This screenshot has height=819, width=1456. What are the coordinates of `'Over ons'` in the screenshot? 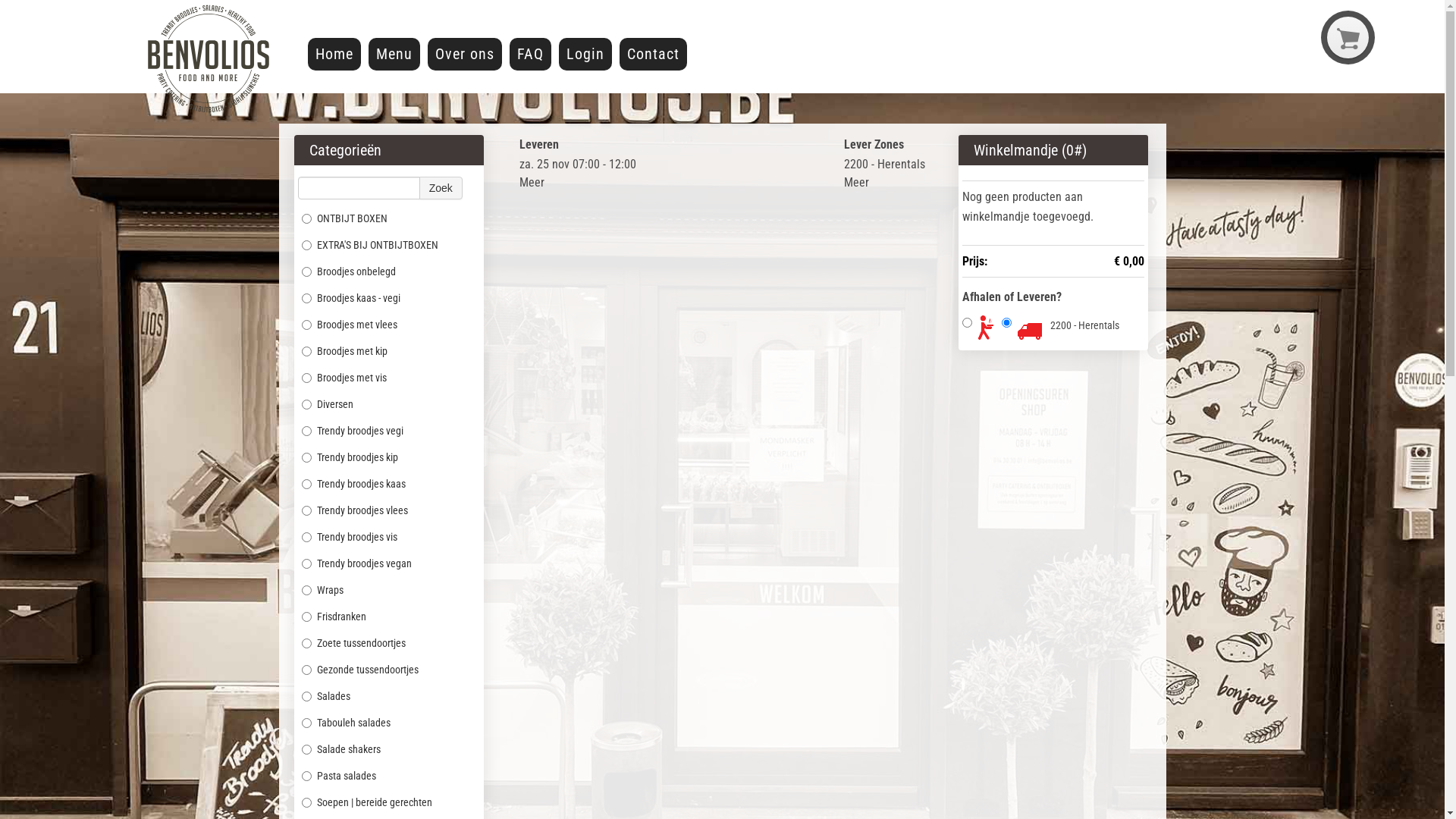 It's located at (464, 53).